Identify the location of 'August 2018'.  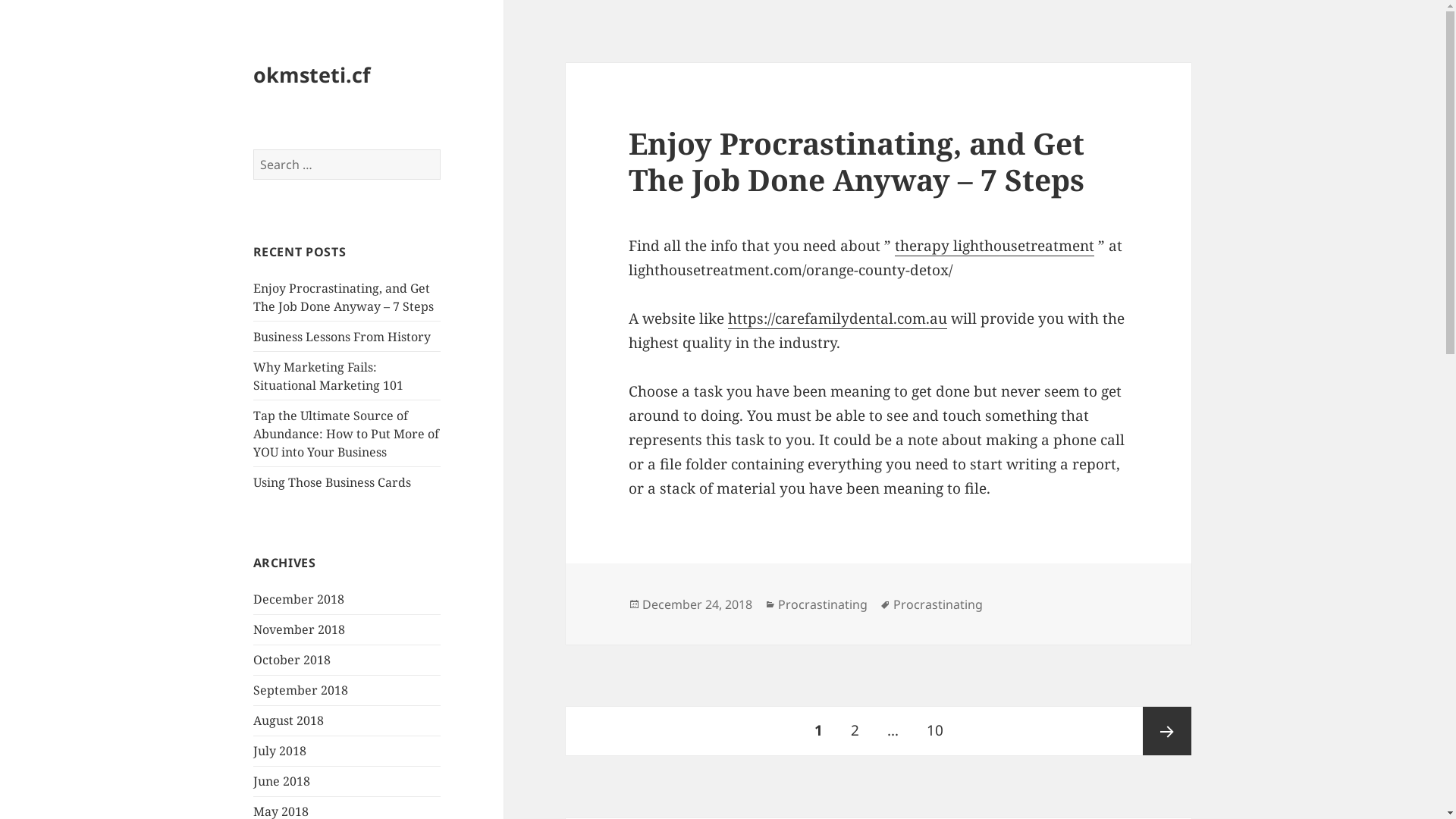
(288, 719).